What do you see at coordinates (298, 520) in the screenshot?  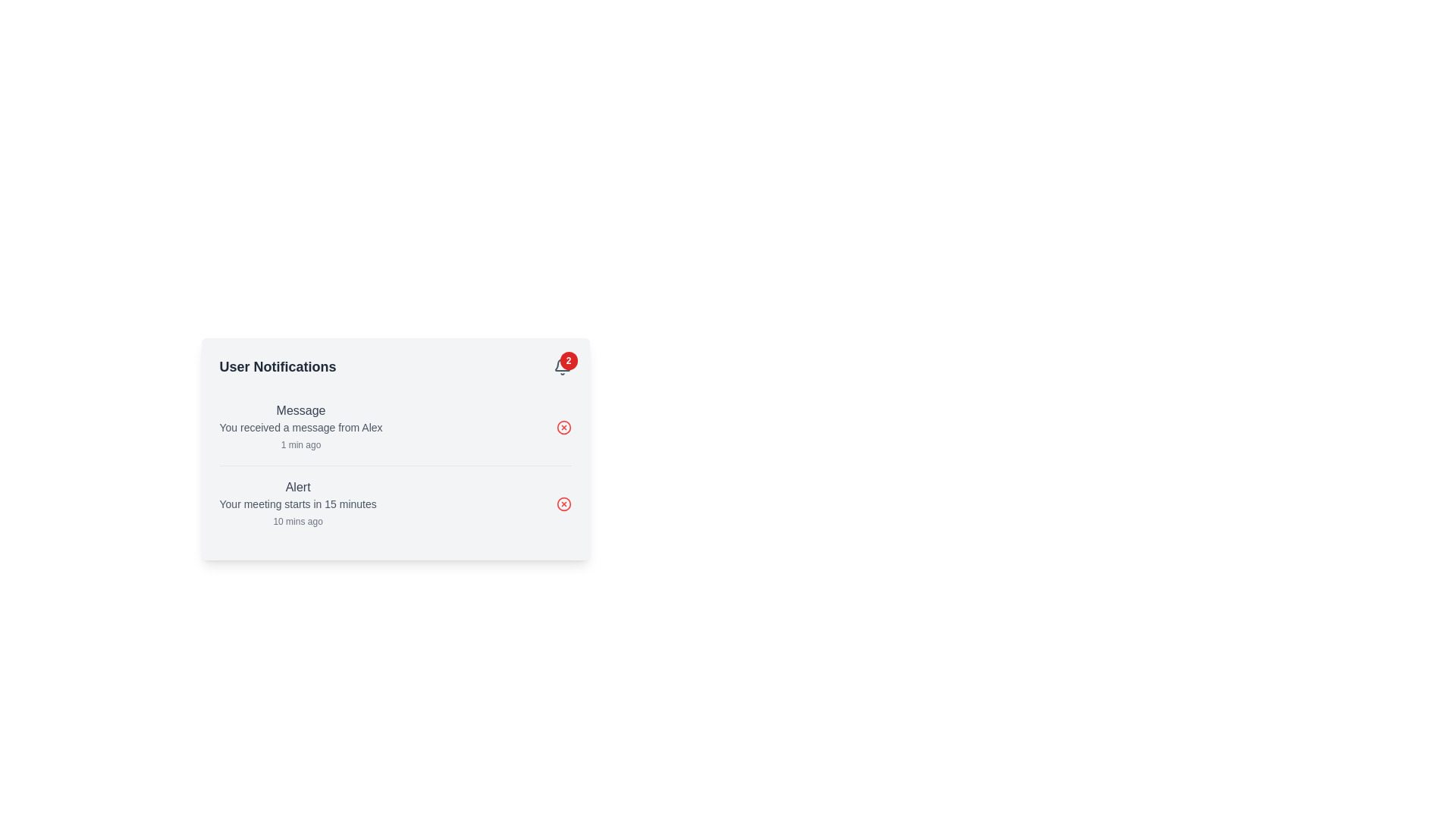 I see `the text label displaying '10 mins ago', which is a small gray text label positioned below the notification titled 'Alert'` at bounding box center [298, 520].